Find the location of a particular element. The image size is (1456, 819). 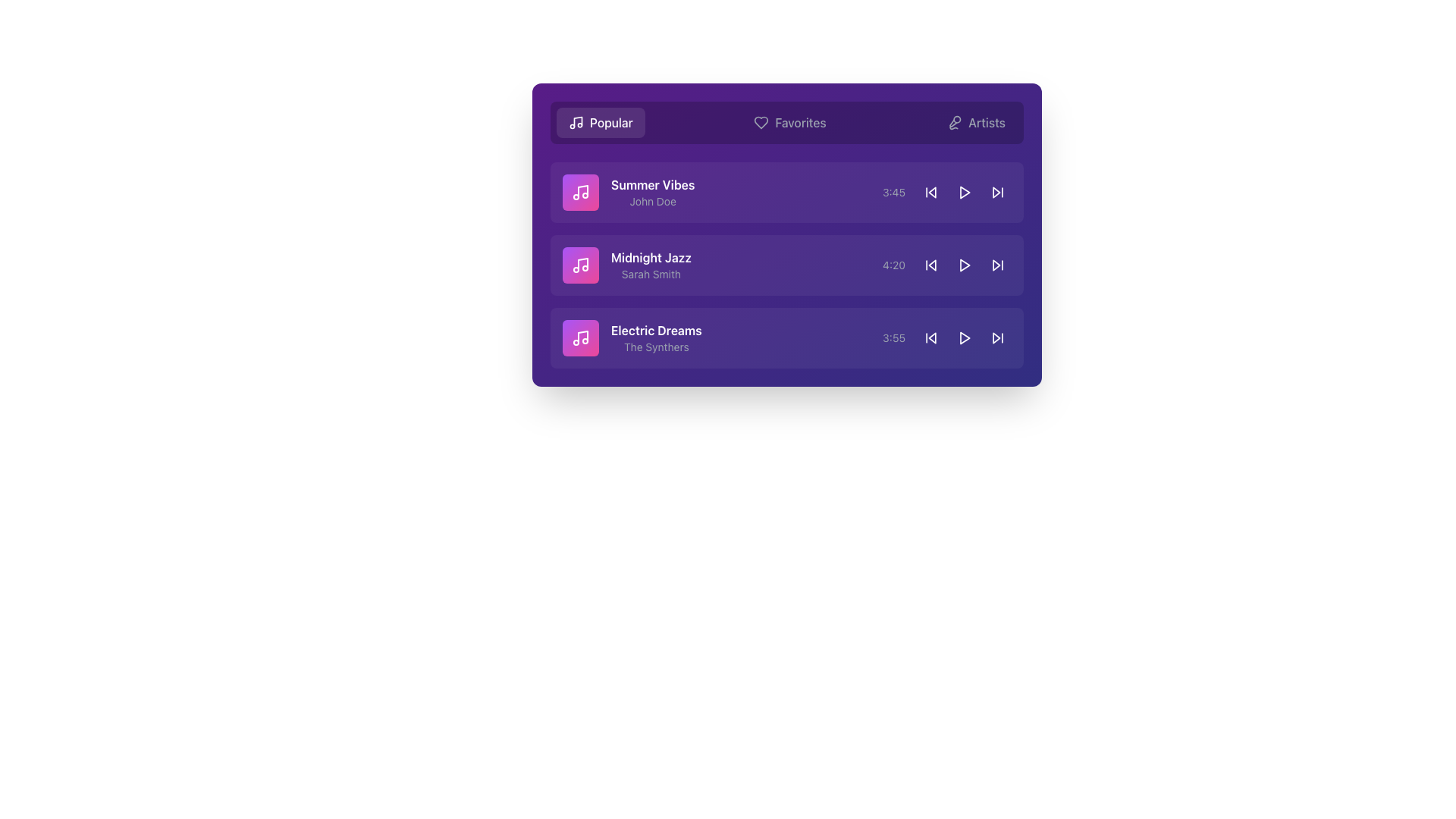

the microphone-shaped icon located to the left of the word 'Artists' in the horizontal menu bar is located at coordinates (954, 122).